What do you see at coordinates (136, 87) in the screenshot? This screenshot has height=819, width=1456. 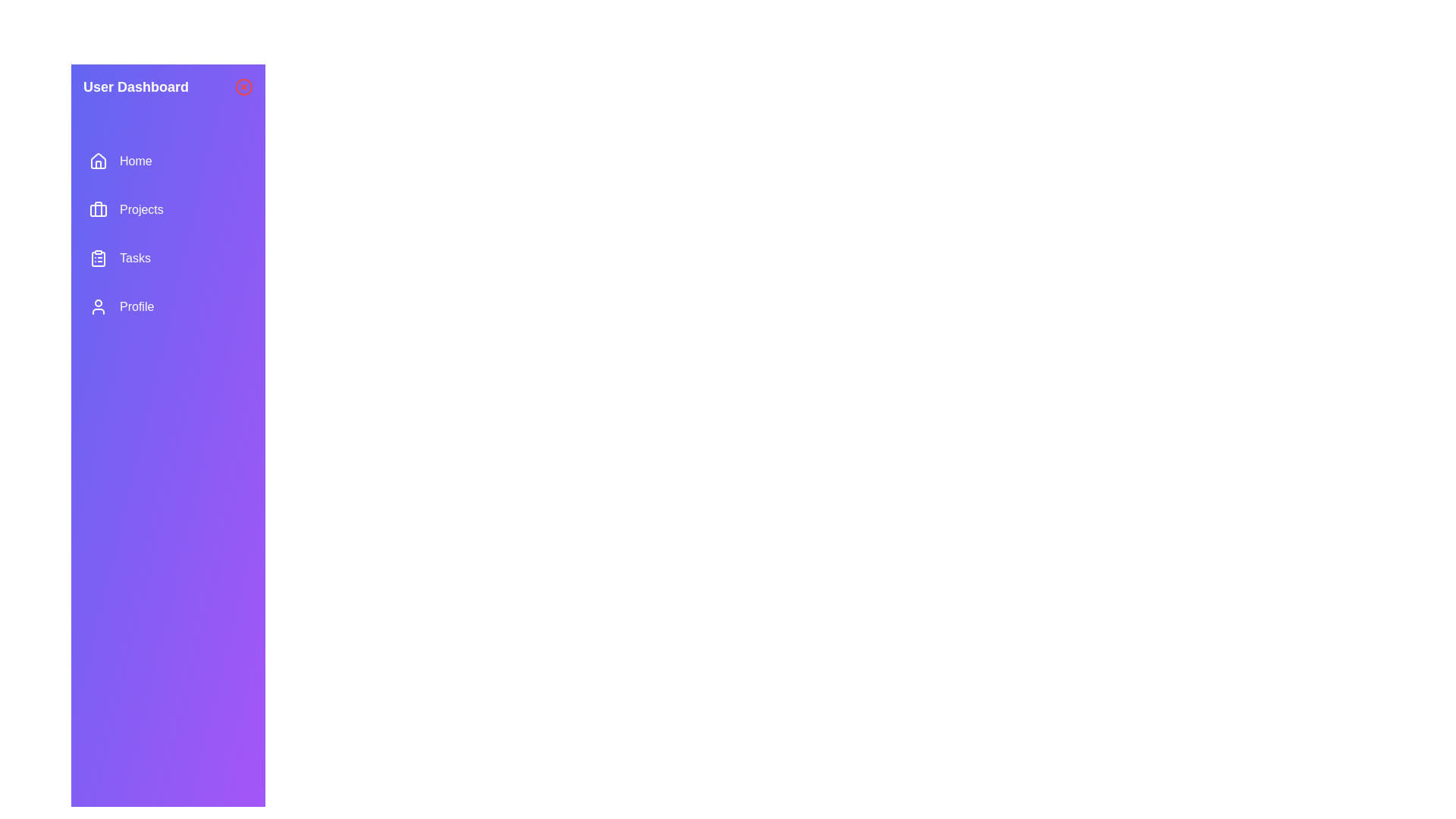 I see `the static Text label that indicates the title or heading of the current section, located at the top-left of the header section of the sidebar layout, just to the left of the close button with an 'X' icon` at bounding box center [136, 87].